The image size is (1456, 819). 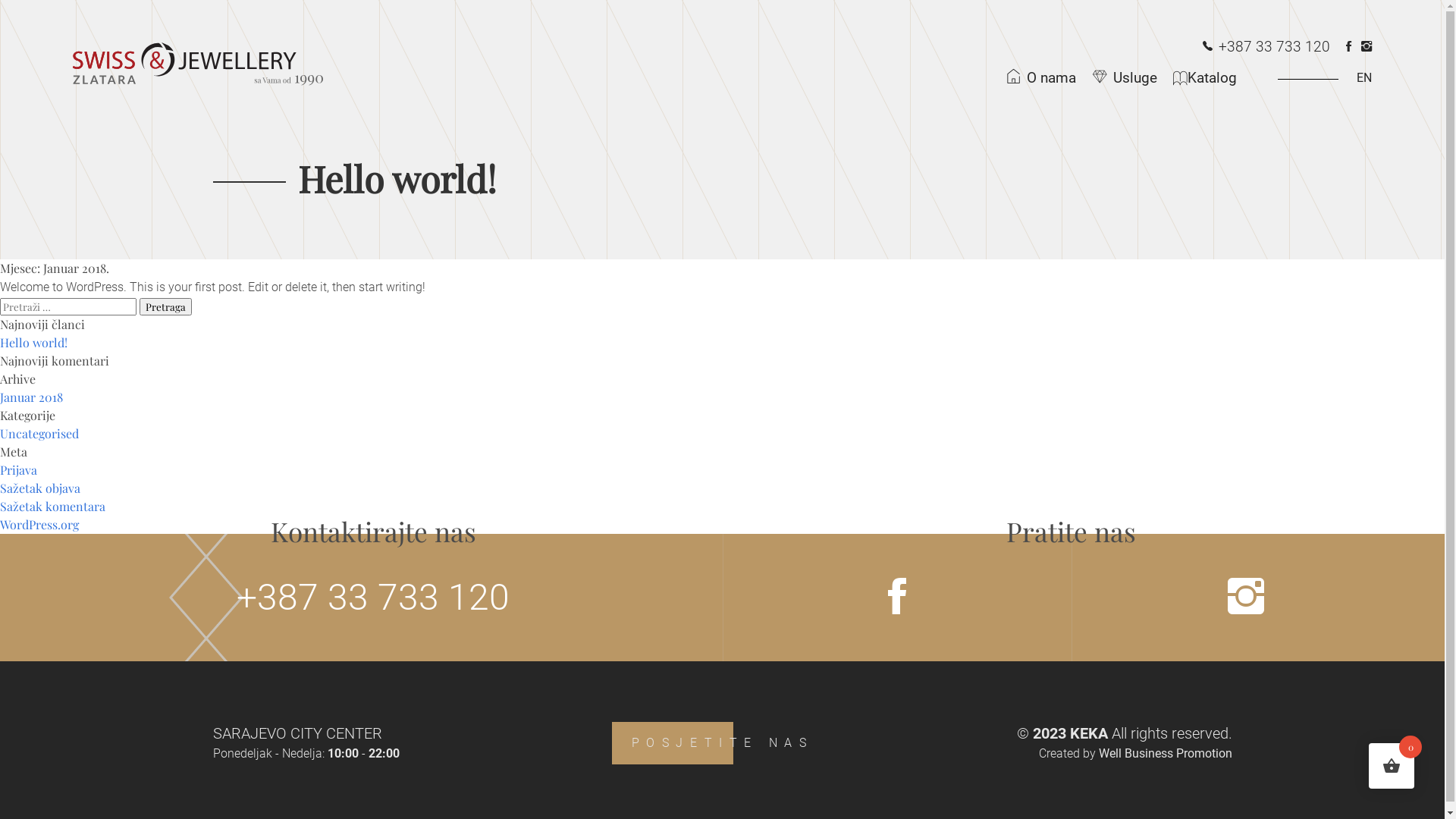 What do you see at coordinates (1266, 45) in the screenshot?
I see `'+387 33 733 120'` at bounding box center [1266, 45].